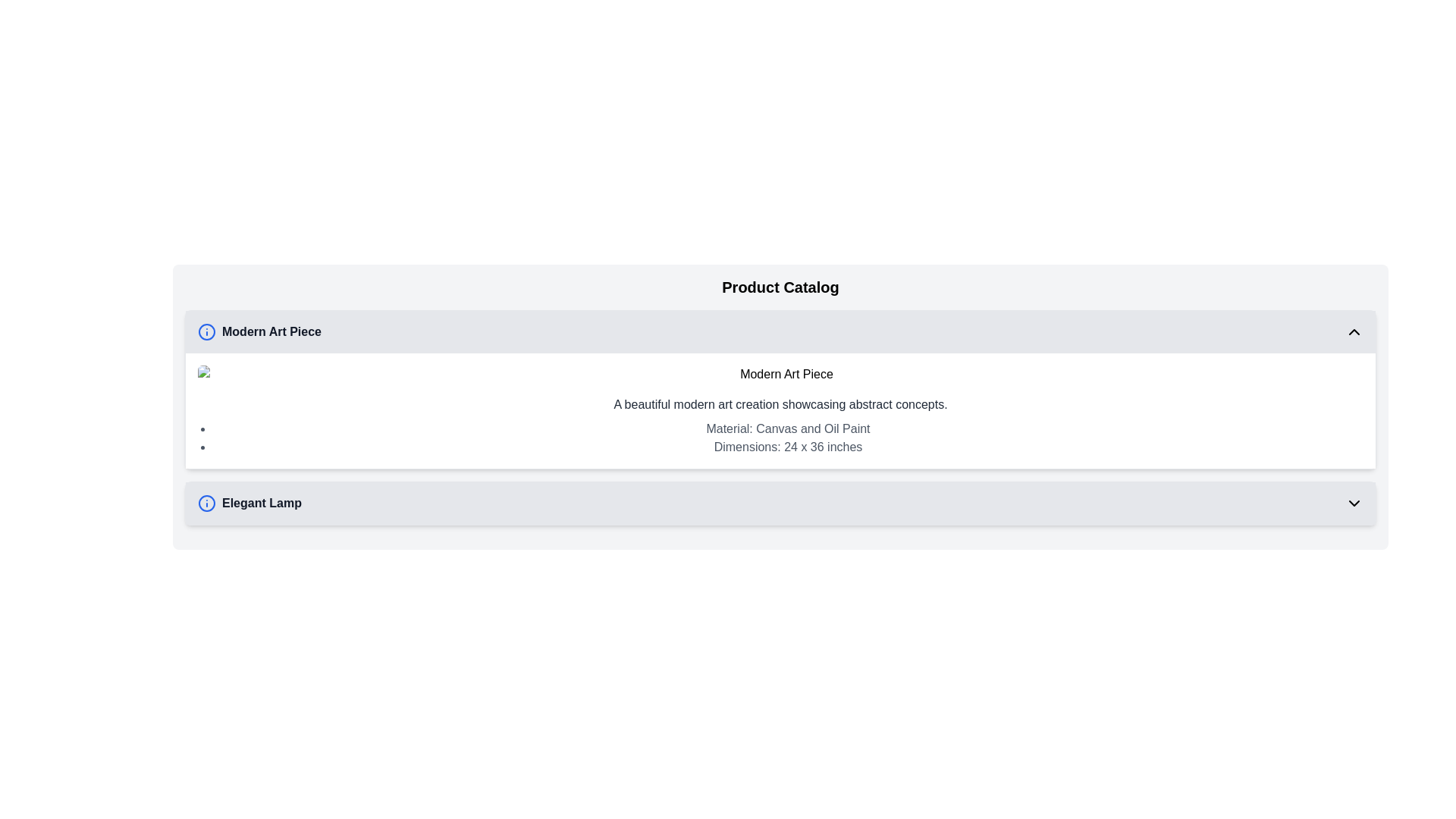 The width and height of the screenshot is (1456, 819). I want to click on the toggle icon on the far-right side of the header bar labeled 'Modern Art Piece', so click(1354, 331).